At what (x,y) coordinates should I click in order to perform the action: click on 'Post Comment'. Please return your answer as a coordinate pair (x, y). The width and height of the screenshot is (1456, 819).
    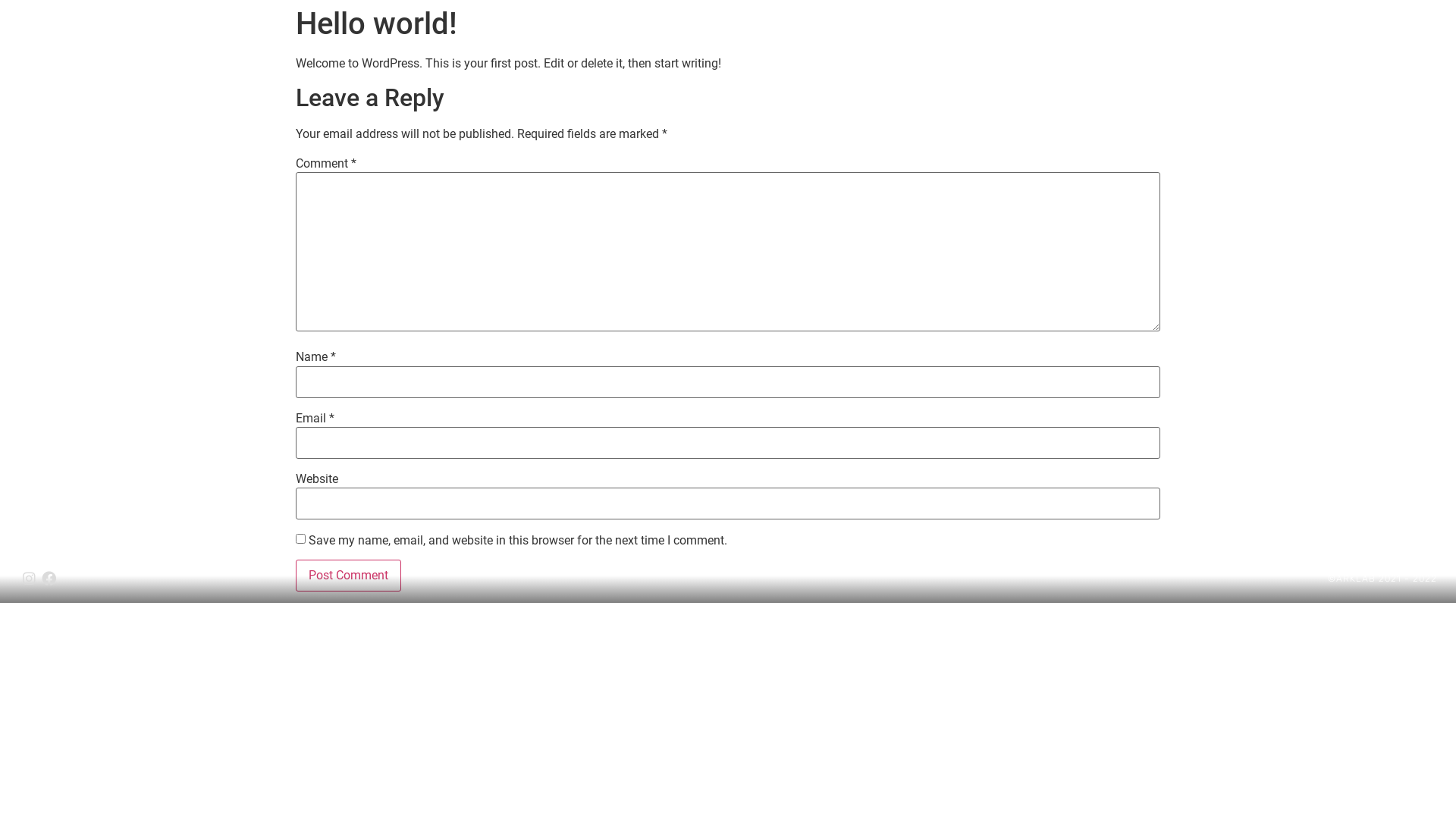
    Looking at the image, I should click on (295, 576).